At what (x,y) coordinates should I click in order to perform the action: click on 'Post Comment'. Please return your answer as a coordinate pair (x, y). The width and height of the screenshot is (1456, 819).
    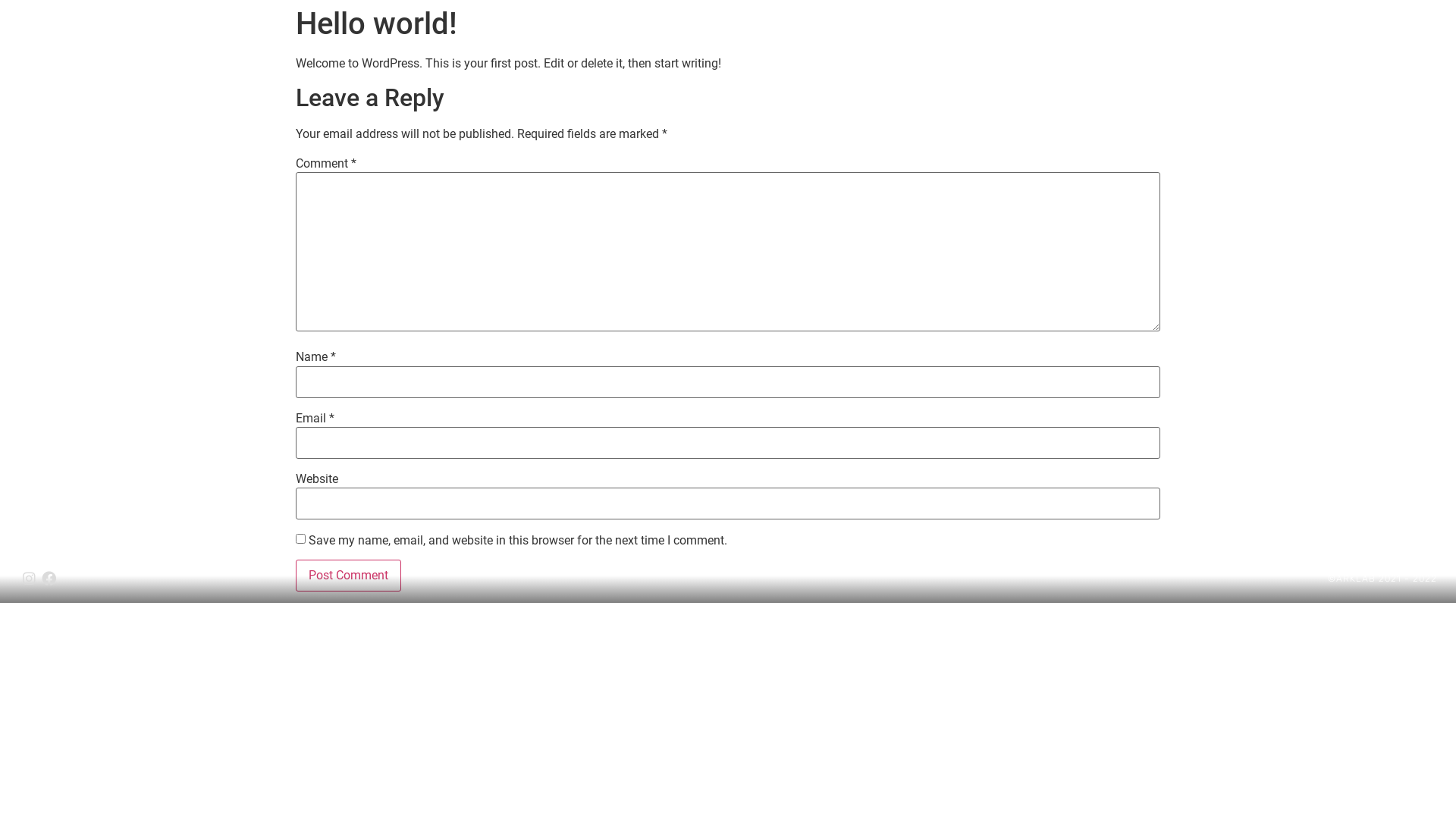
    Looking at the image, I should click on (295, 576).